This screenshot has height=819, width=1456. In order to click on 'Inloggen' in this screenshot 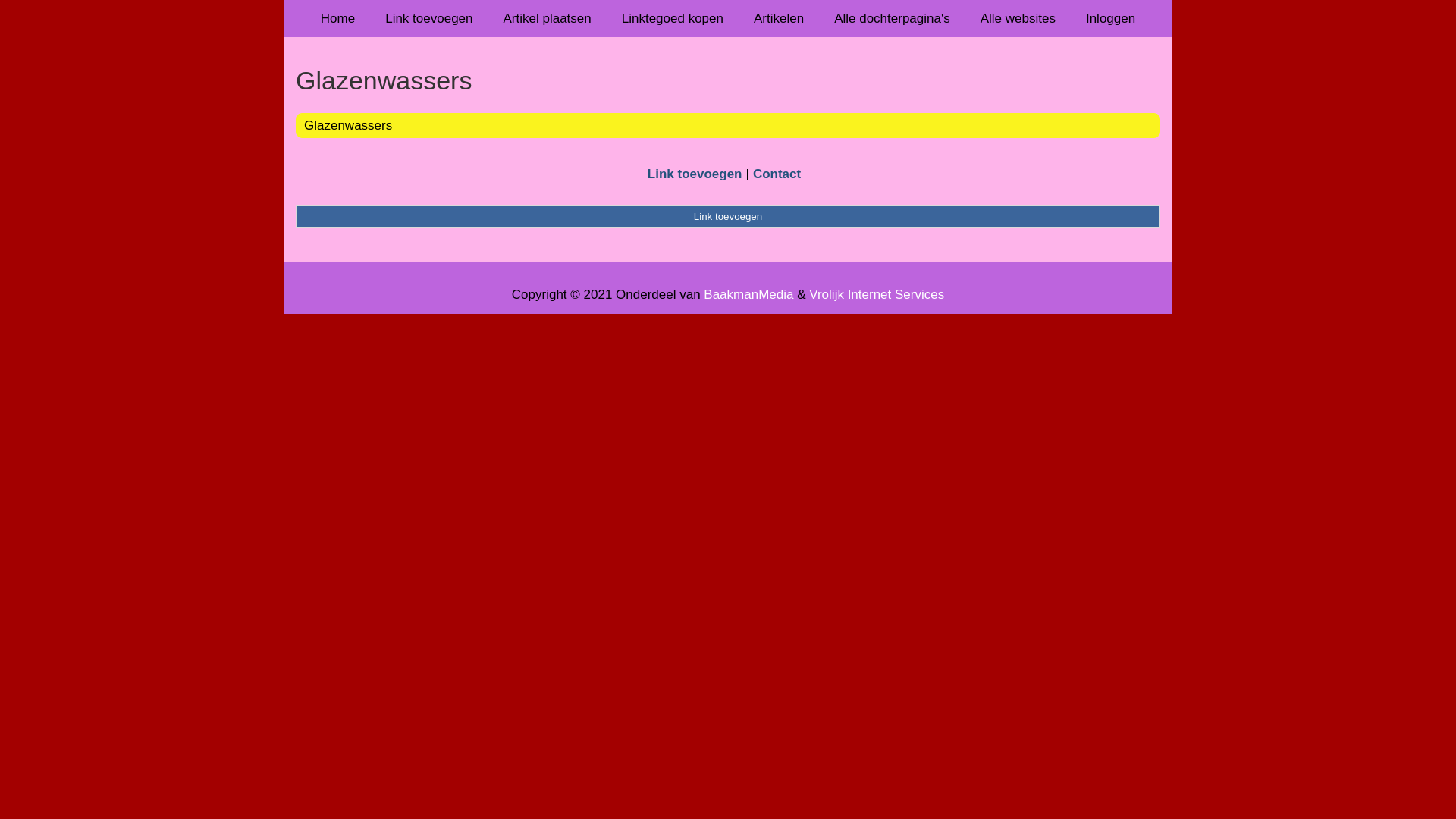, I will do `click(1110, 18)`.